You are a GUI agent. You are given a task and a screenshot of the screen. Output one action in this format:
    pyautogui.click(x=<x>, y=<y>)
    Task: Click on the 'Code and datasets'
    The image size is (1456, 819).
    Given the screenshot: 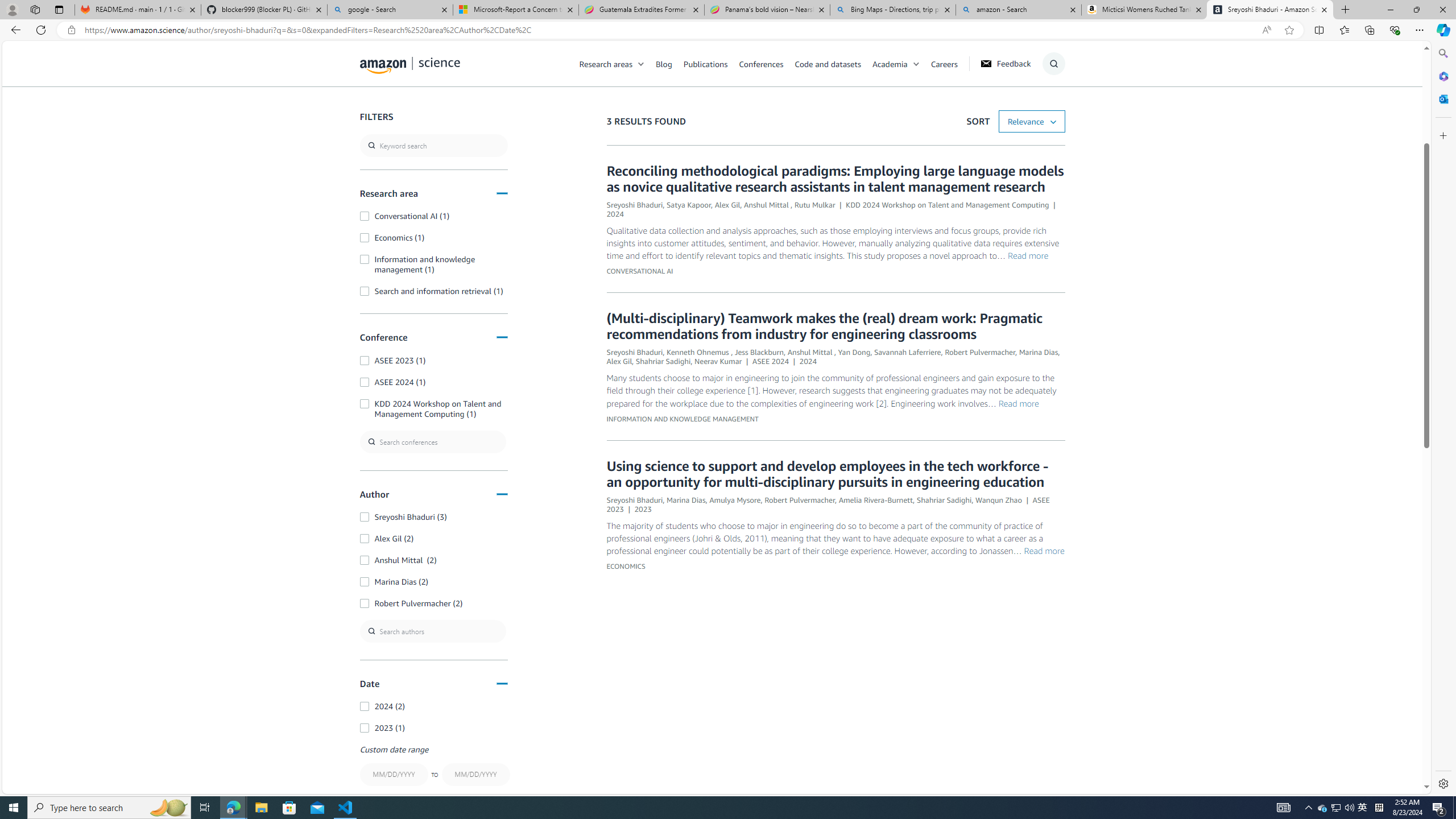 What is the action you would take?
    pyautogui.click(x=828, y=63)
    